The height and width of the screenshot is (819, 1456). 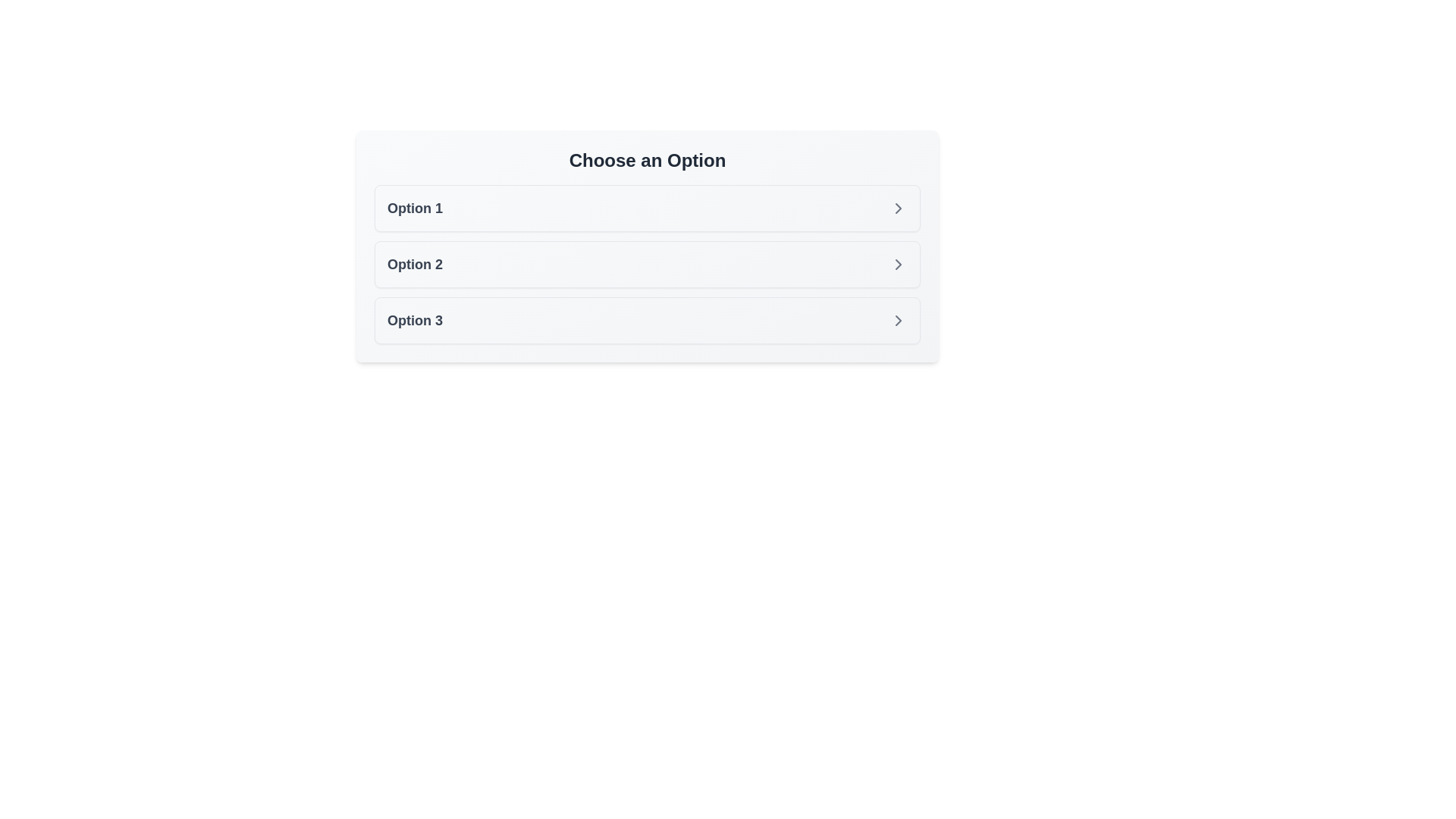 I want to click on the third selectable list item, so click(x=648, y=320).